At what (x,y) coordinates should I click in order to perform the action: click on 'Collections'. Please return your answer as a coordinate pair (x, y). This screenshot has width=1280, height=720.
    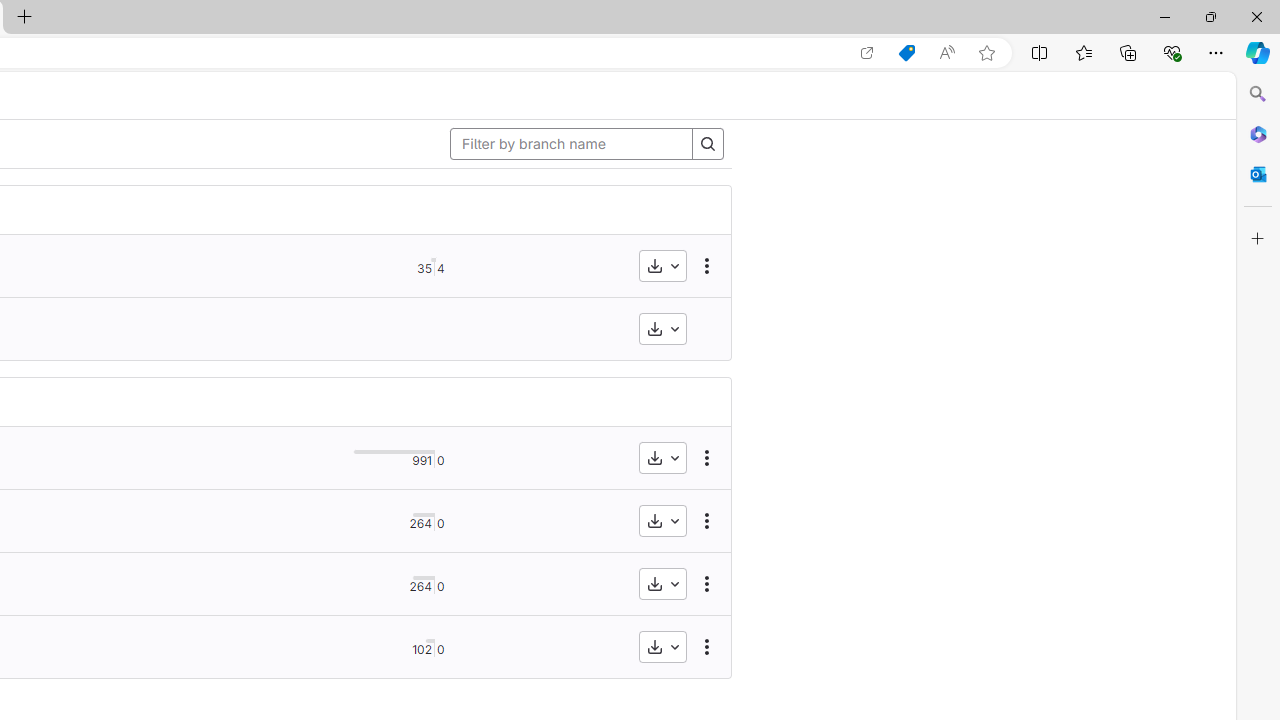
    Looking at the image, I should click on (1128, 51).